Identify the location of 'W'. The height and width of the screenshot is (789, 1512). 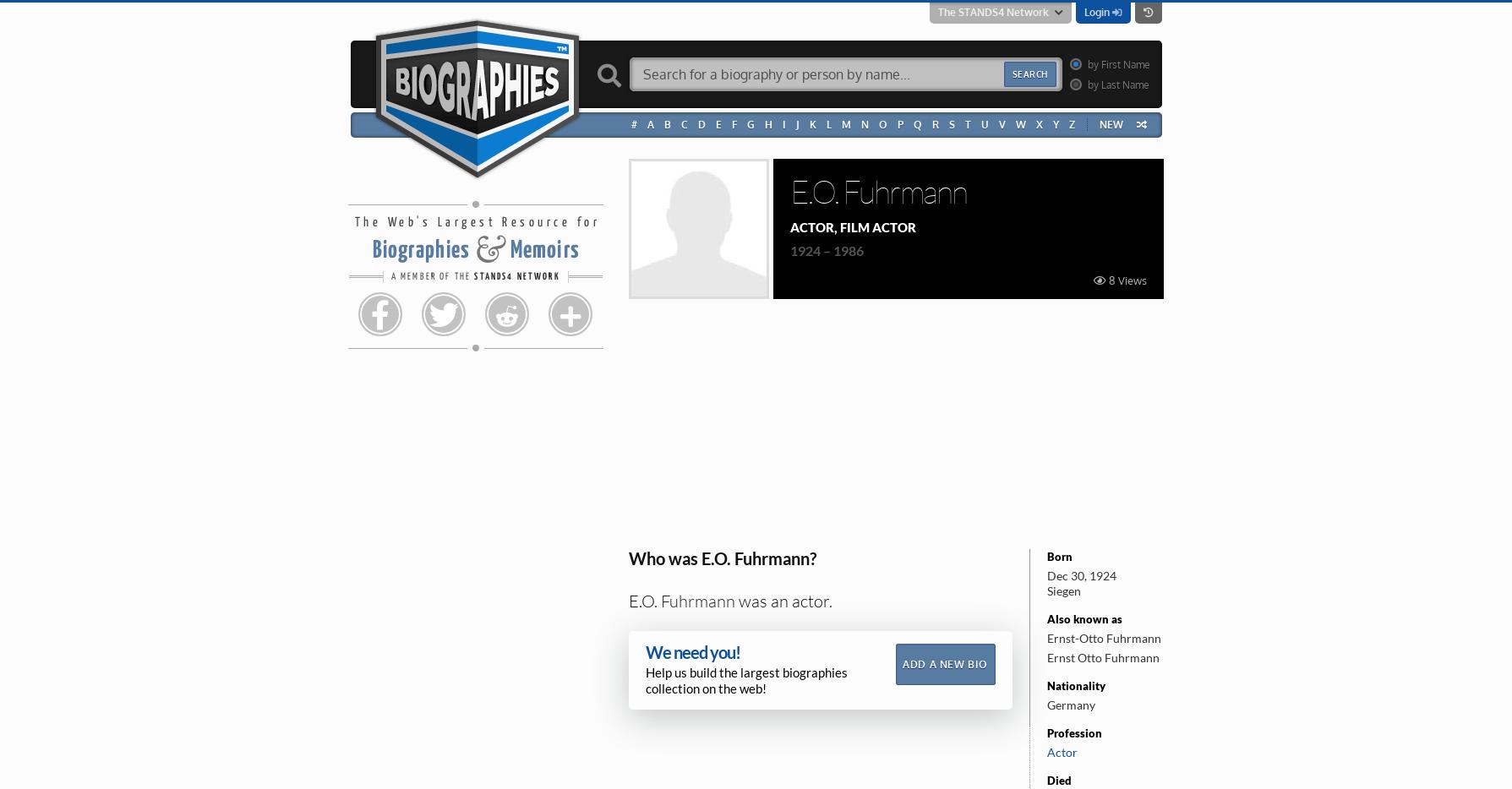
(1020, 124).